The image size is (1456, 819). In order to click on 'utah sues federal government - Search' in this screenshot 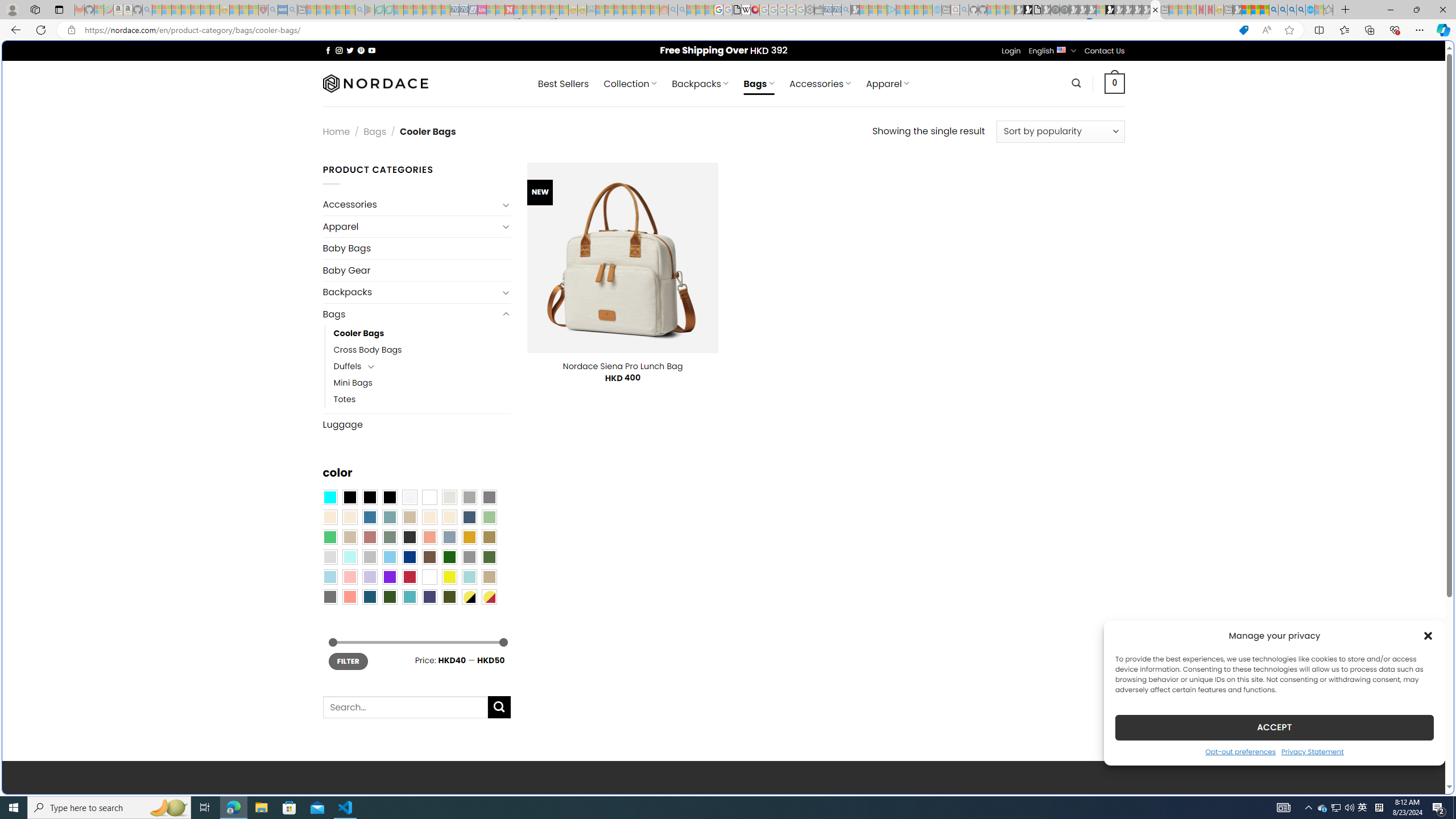, I will do `click(923, 388)`.